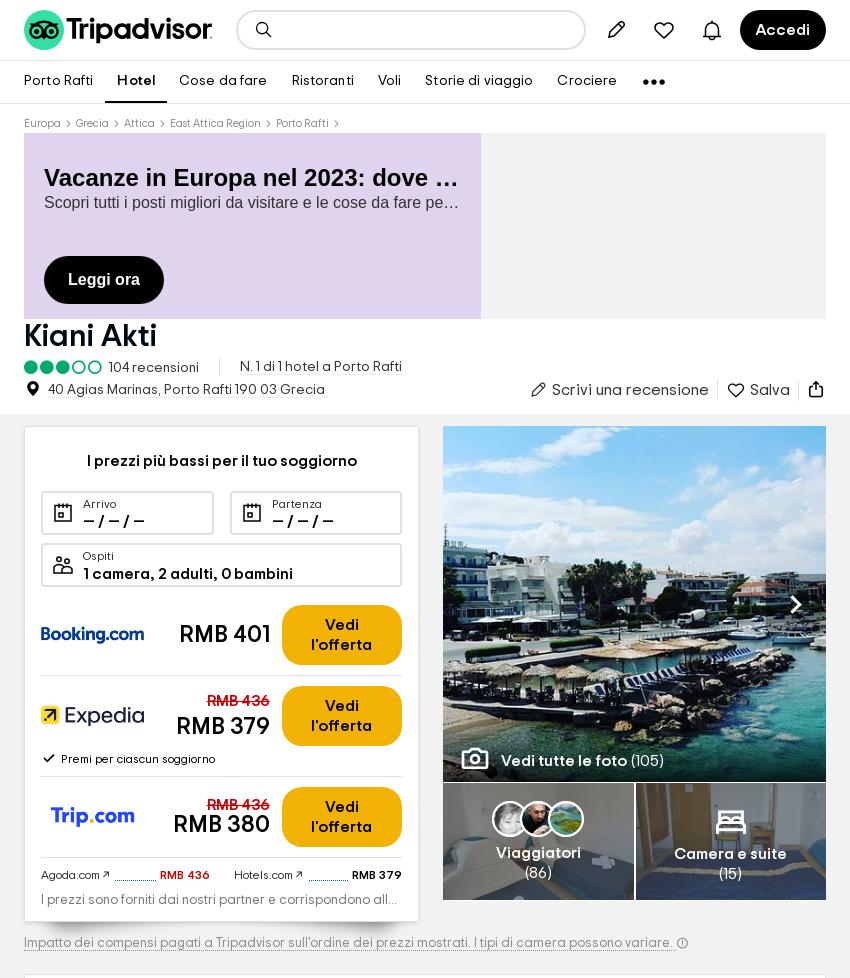 This screenshot has width=850, height=978. Describe the element at coordinates (536, 851) in the screenshot. I see `'Viaggiatori'` at that location.